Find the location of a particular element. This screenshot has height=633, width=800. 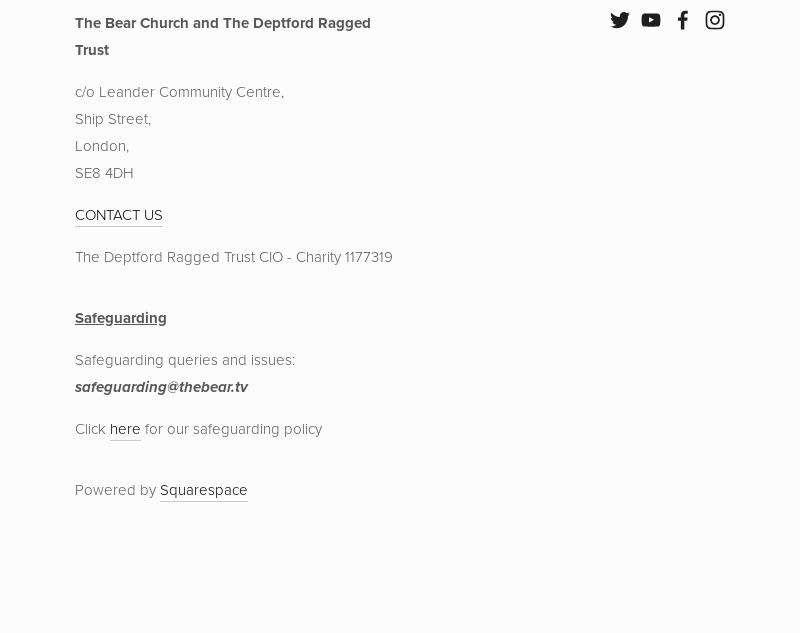

'Powered by' is located at coordinates (116, 489).